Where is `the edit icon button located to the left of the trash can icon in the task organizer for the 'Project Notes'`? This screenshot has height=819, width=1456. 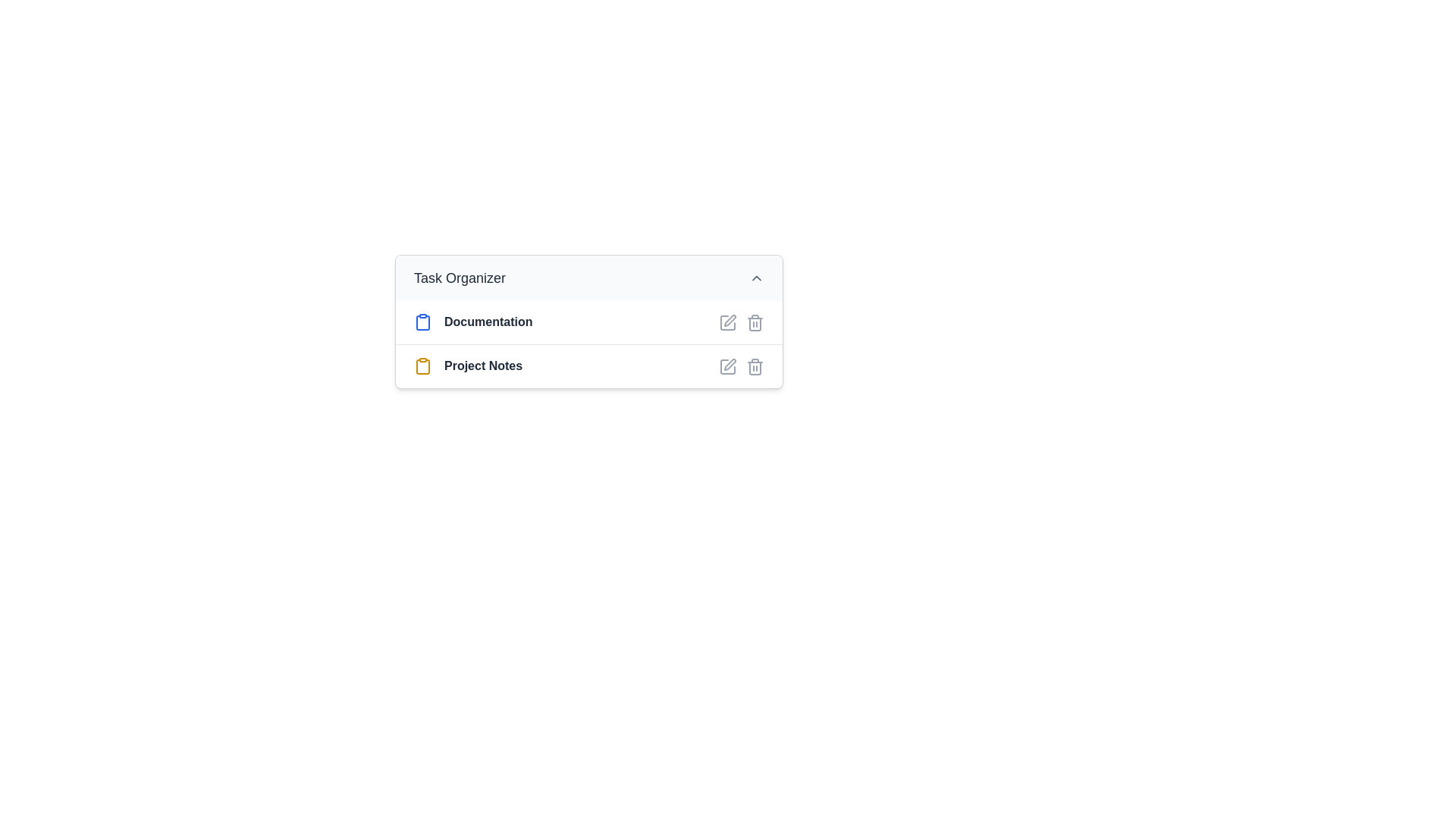 the edit icon button located to the left of the trash can icon in the task organizer for the 'Project Notes' is located at coordinates (728, 366).